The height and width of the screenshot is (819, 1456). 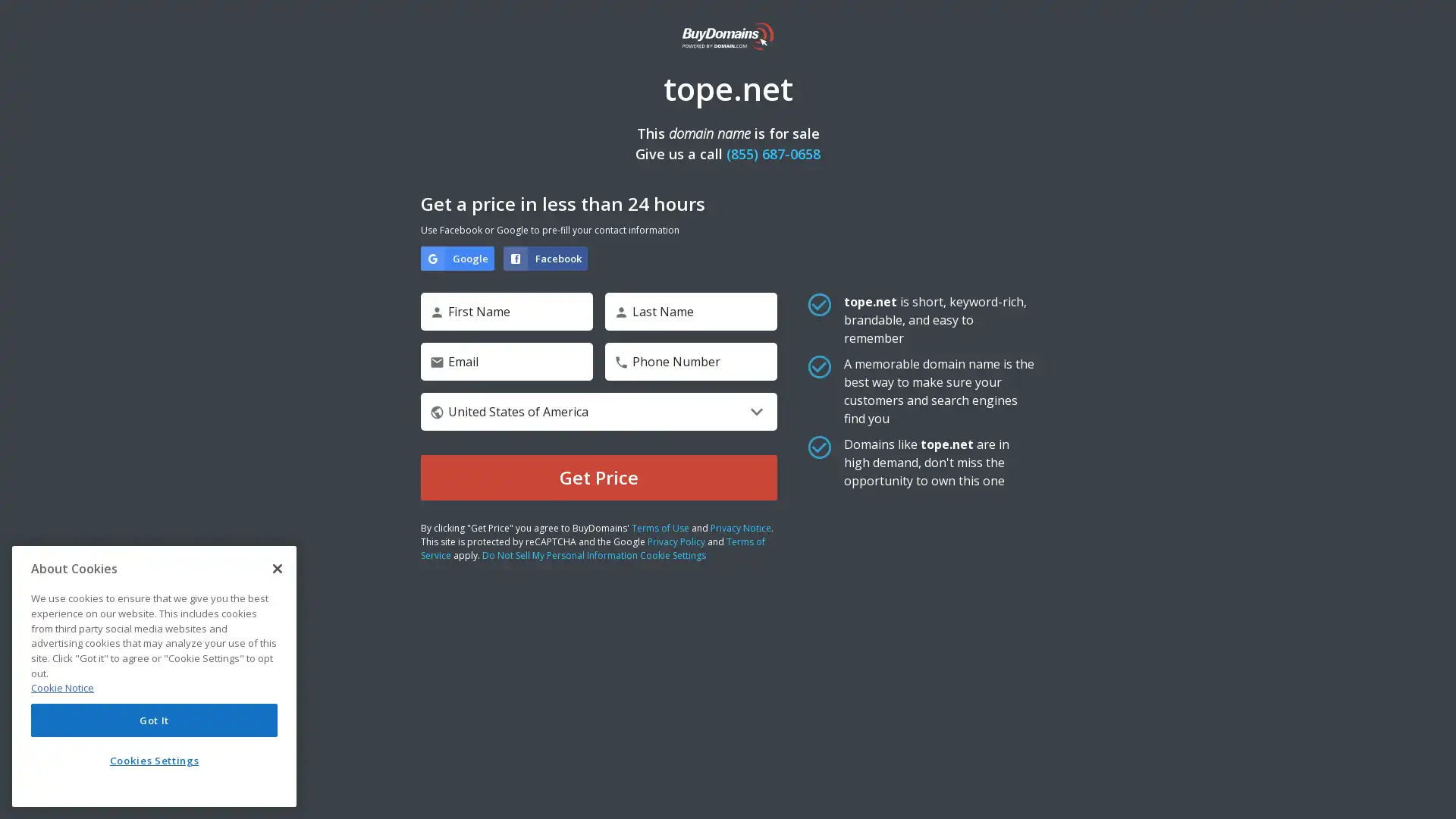 I want to click on Google, so click(x=457, y=257).